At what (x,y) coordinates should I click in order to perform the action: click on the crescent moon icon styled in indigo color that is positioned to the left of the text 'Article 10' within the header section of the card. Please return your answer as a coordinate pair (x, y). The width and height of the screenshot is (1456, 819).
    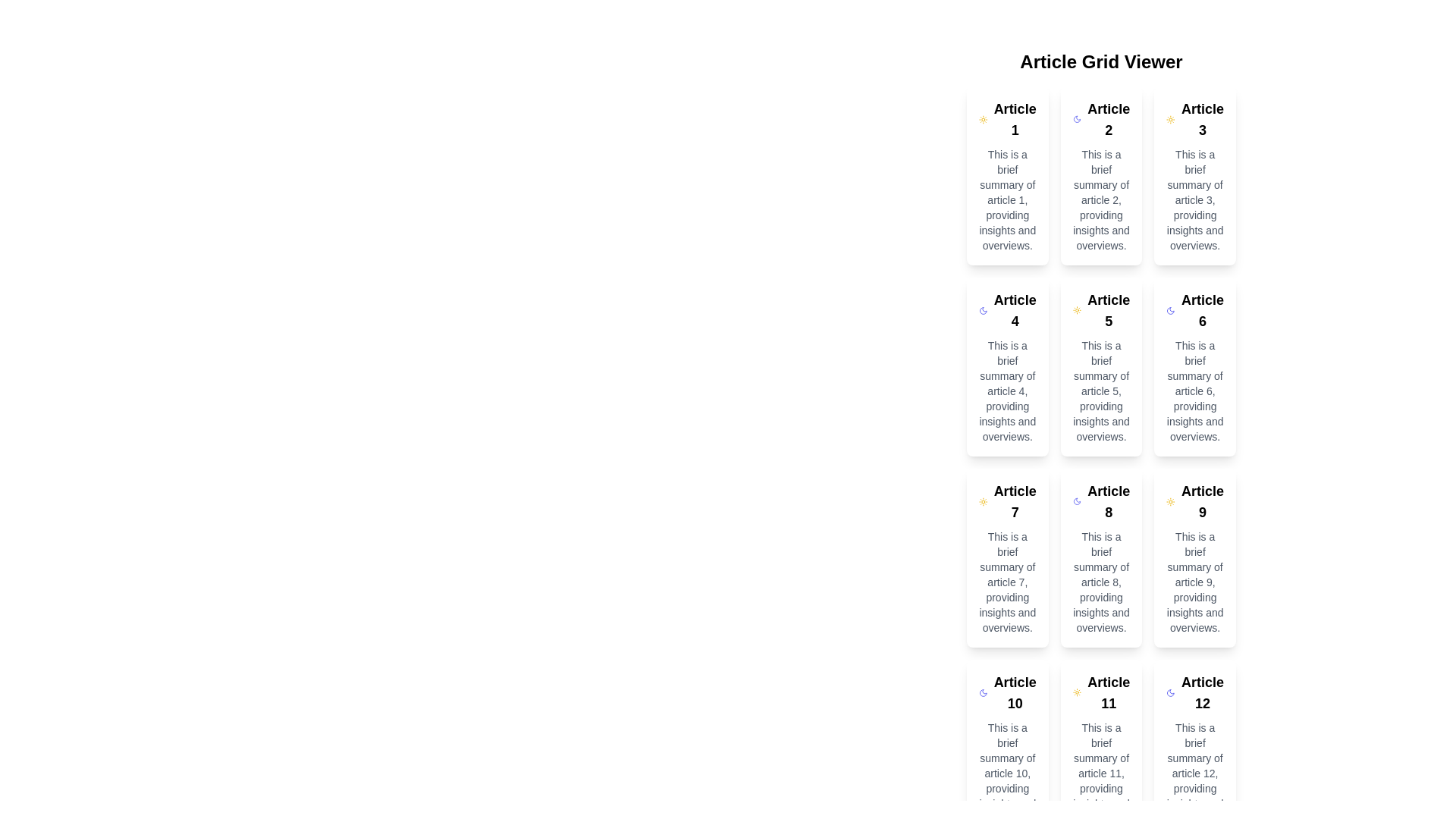
    Looking at the image, I should click on (983, 693).